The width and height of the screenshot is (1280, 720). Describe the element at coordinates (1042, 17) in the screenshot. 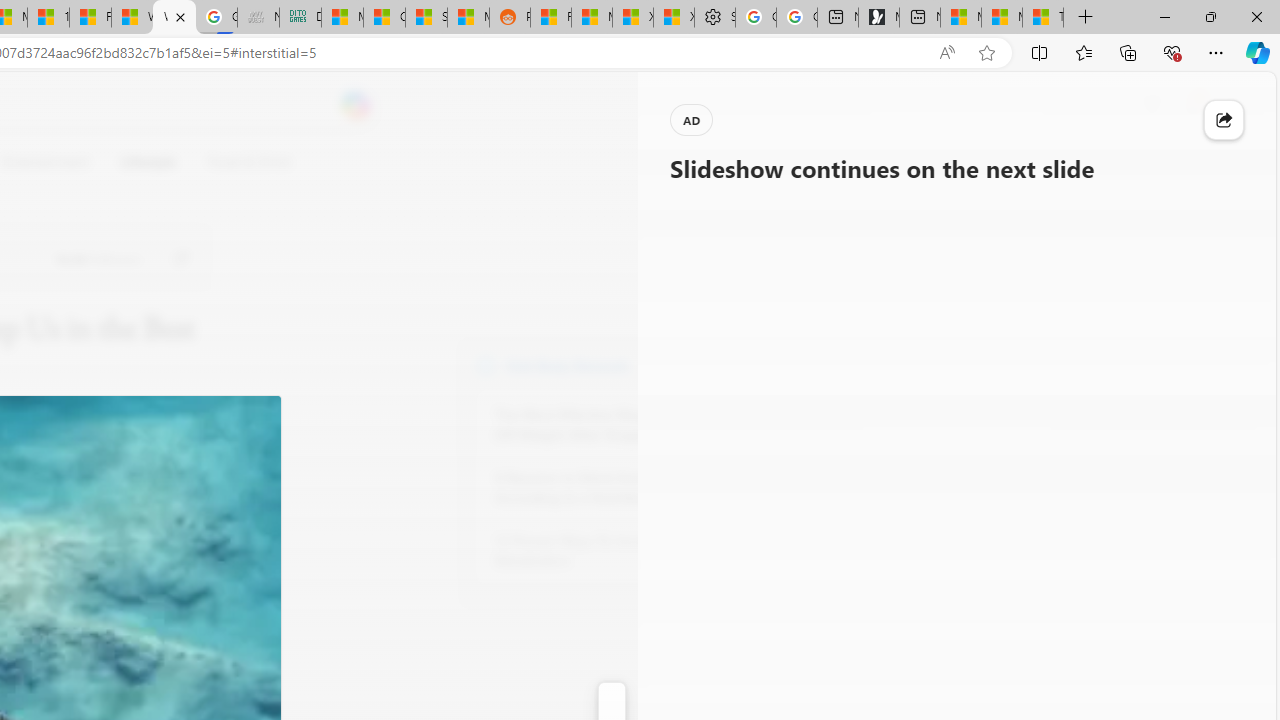

I see `'These 3 Stocks Pay You More Than 5% to Own Them'` at that location.